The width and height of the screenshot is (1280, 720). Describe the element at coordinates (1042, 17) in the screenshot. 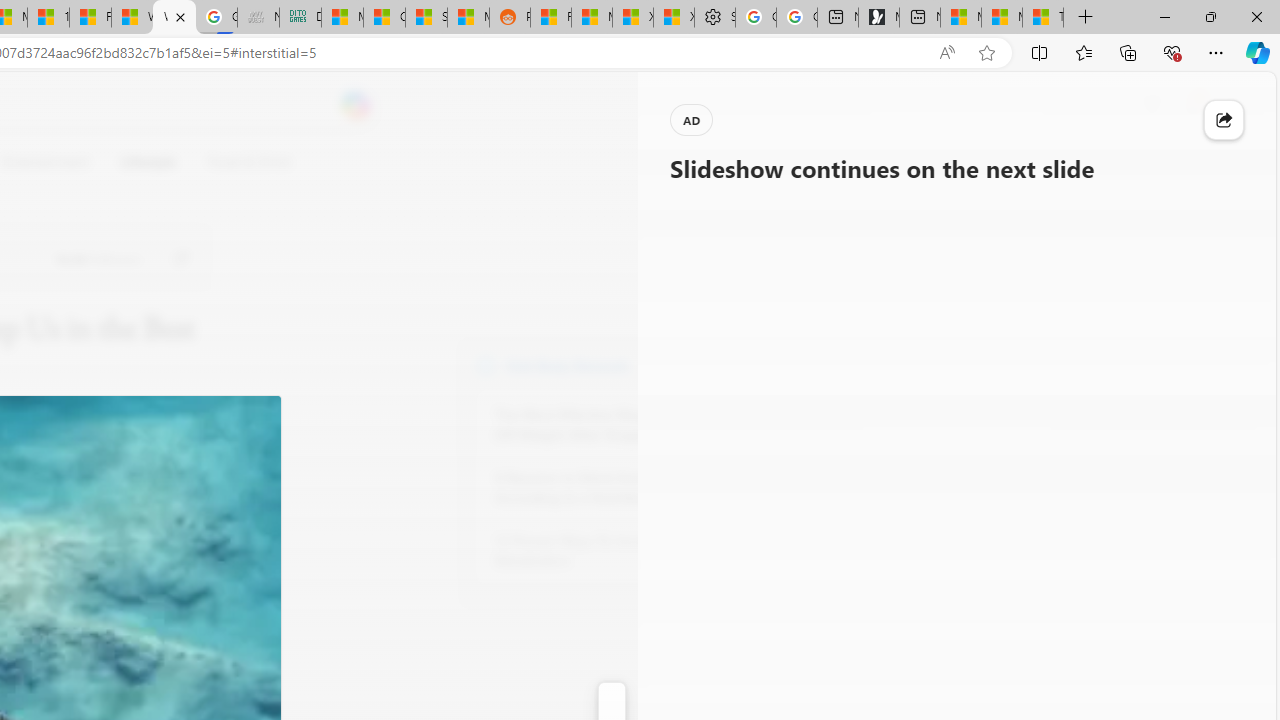

I see `'These 3 Stocks Pay You More Than 5% to Own Them'` at that location.